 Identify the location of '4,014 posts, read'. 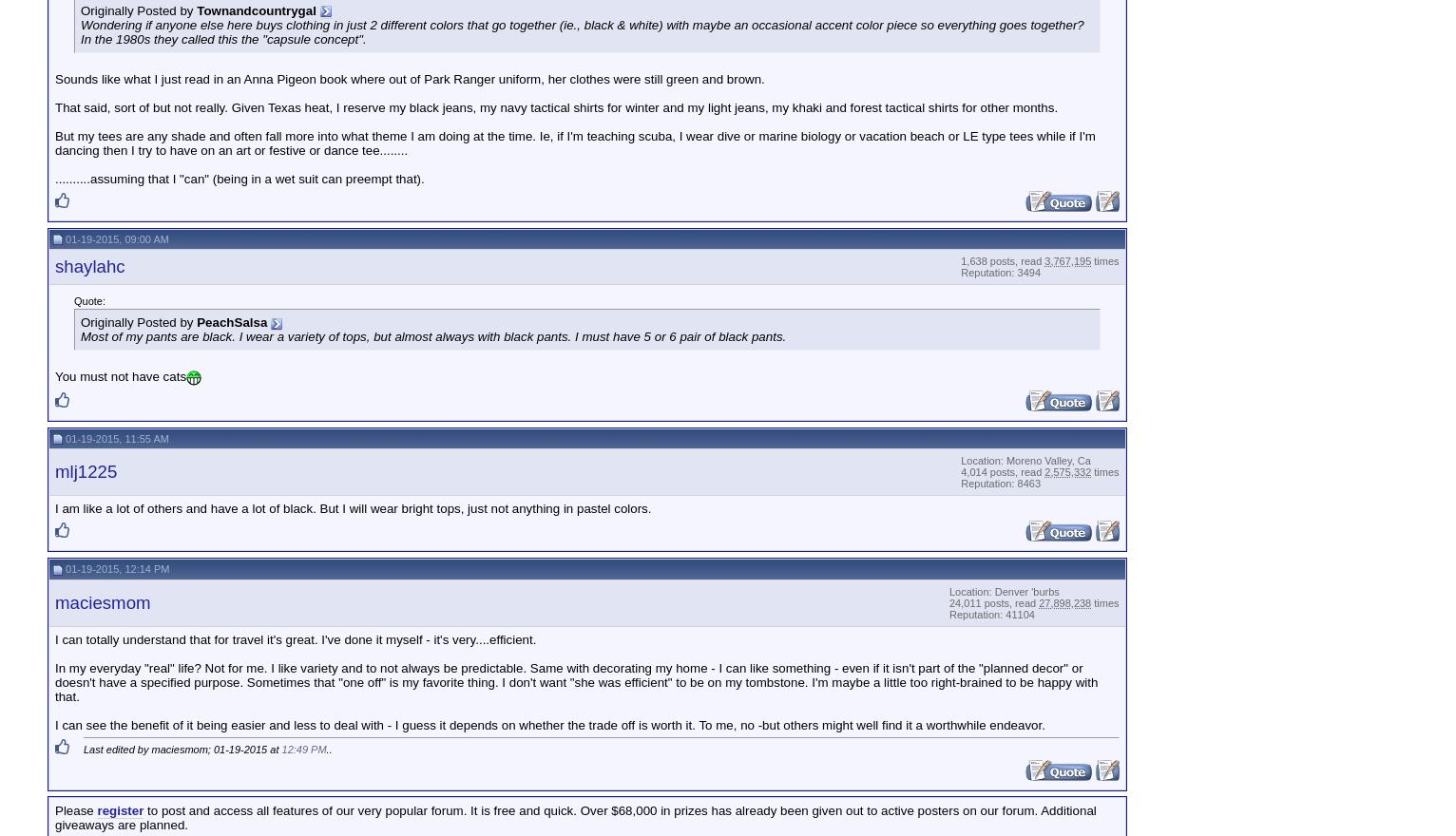
(960, 472).